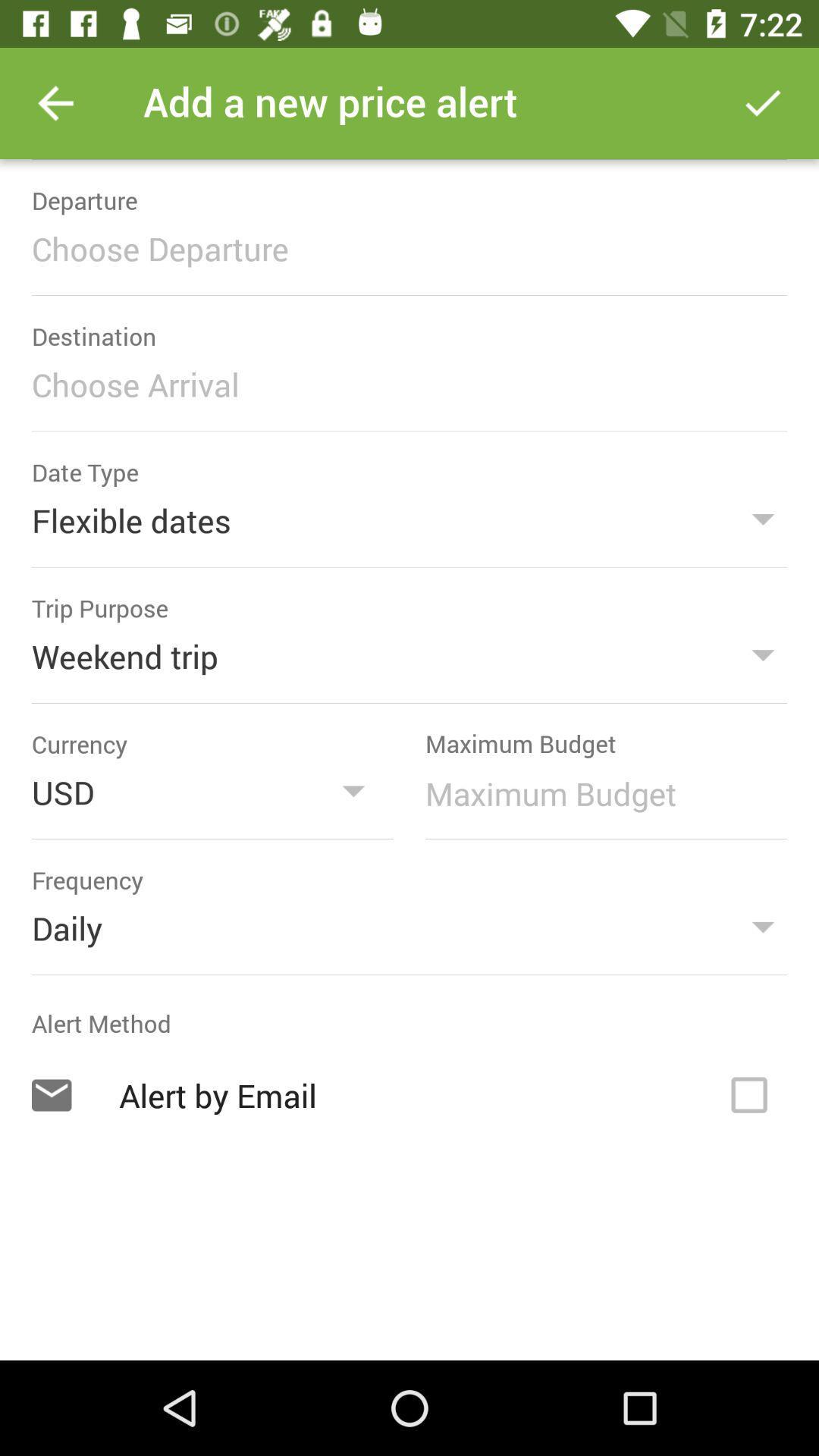 This screenshot has width=819, height=1456. Describe the element at coordinates (55, 102) in the screenshot. I see `previous page` at that location.